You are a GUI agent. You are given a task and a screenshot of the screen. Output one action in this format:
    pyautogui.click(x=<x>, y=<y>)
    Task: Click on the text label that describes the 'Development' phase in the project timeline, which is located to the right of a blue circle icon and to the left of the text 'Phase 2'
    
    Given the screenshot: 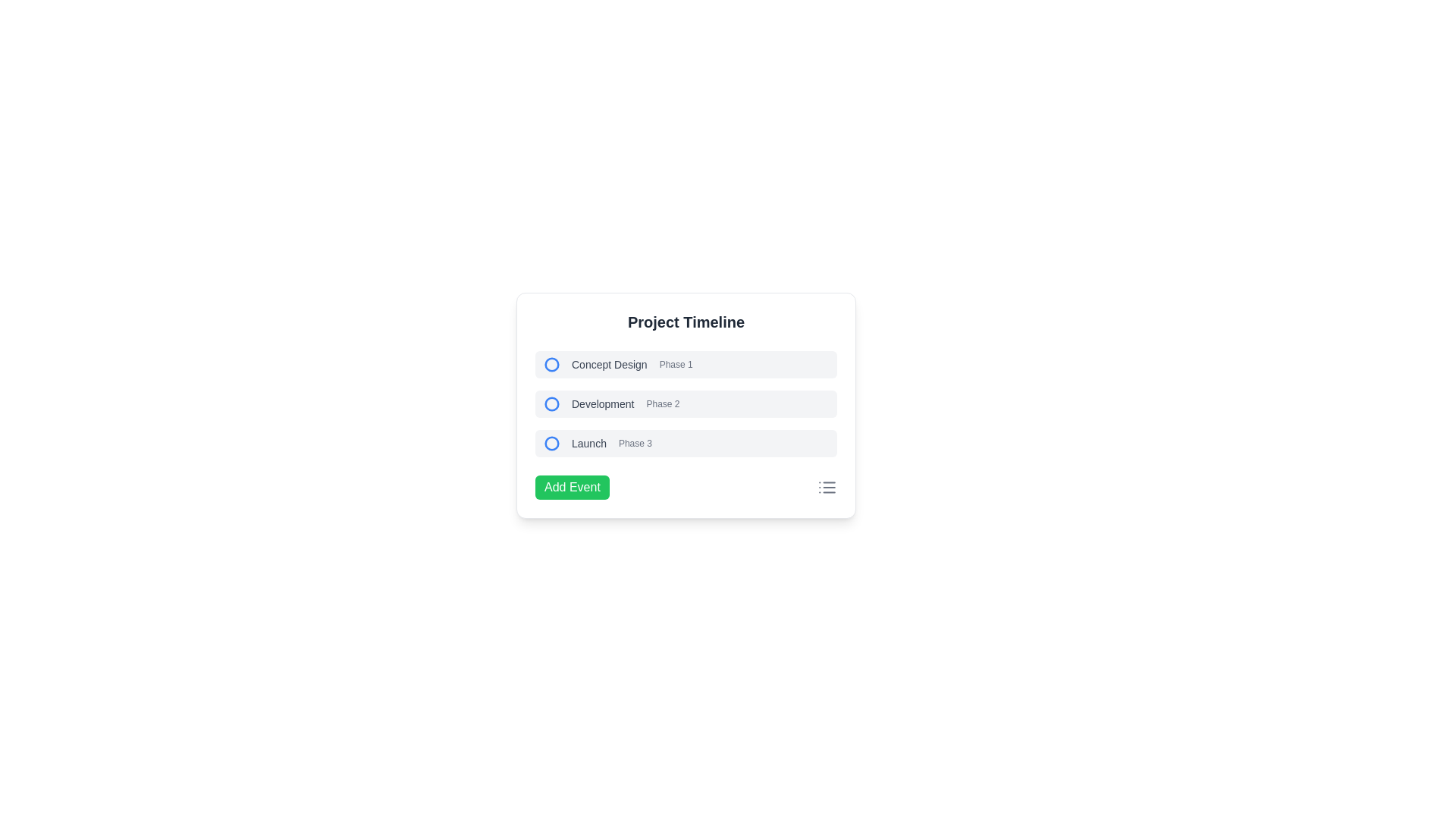 What is the action you would take?
    pyautogui.click(x=602, y=403)
    